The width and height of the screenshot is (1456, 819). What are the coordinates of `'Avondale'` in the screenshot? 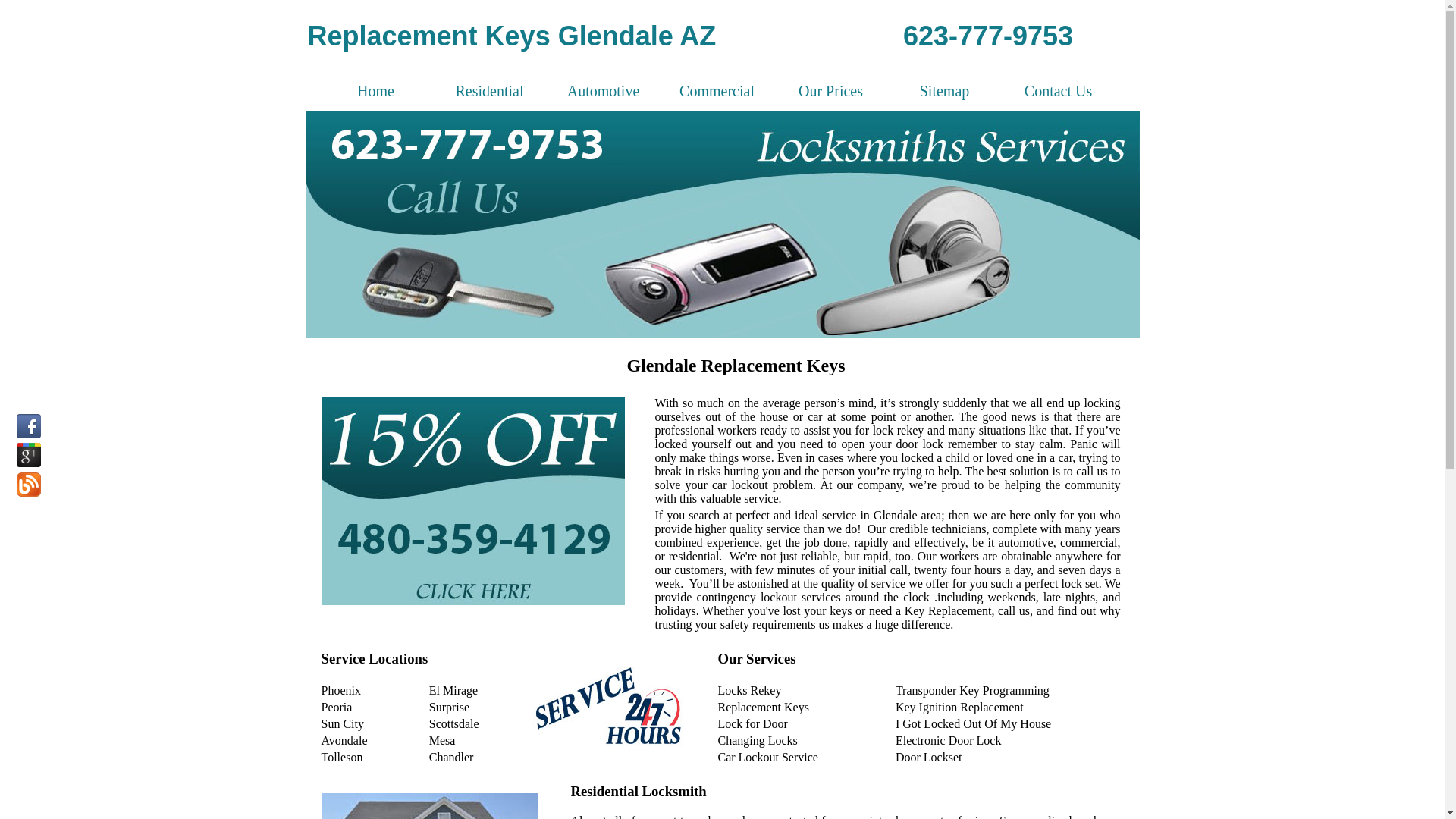 It's located at (344, 739).